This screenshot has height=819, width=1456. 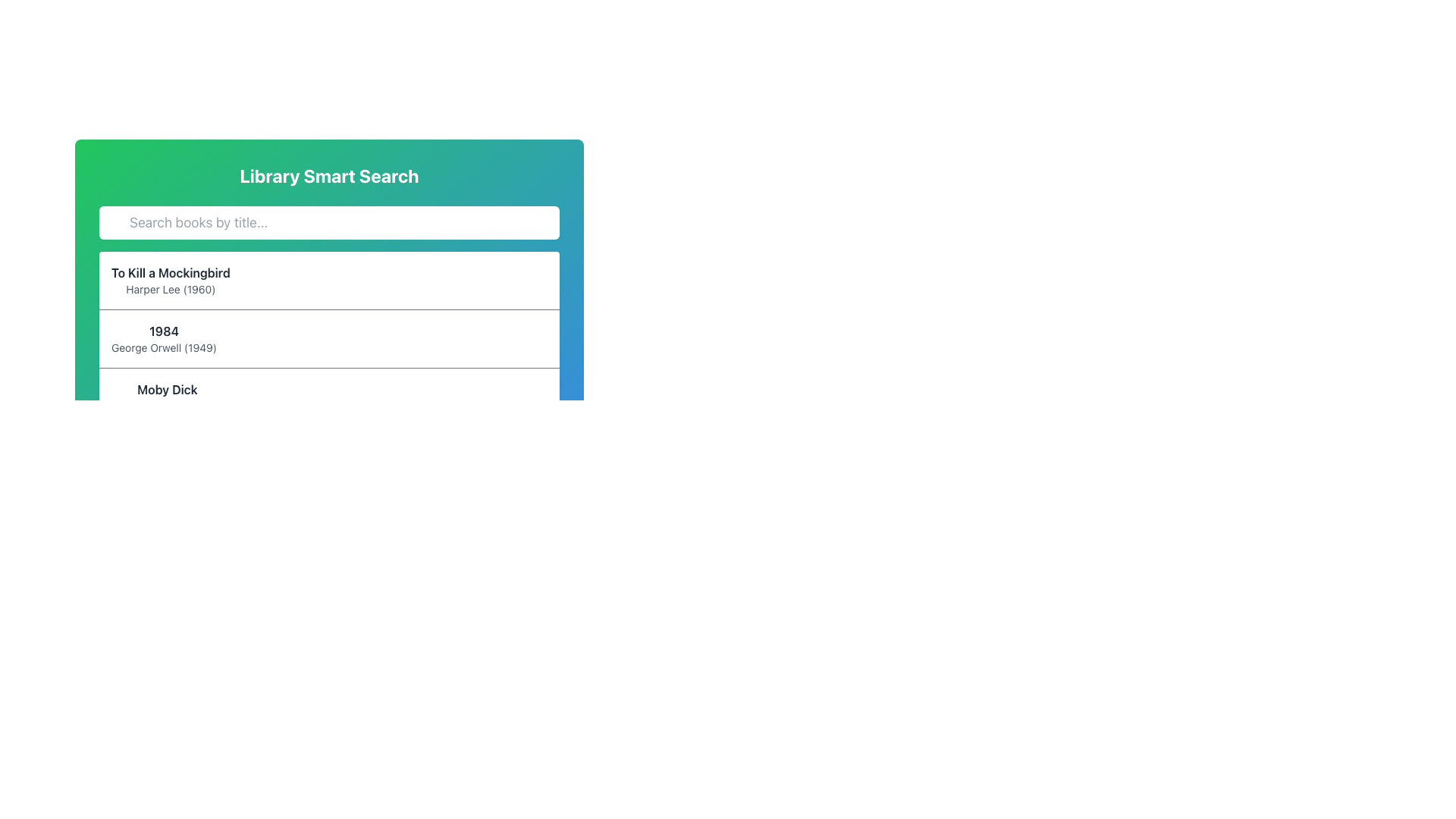 I want to click on the text display element that shows information about a book, including its title and author, located on the left side of the interface under the 'Library Smart Search' header, so click(x=171, y=281).